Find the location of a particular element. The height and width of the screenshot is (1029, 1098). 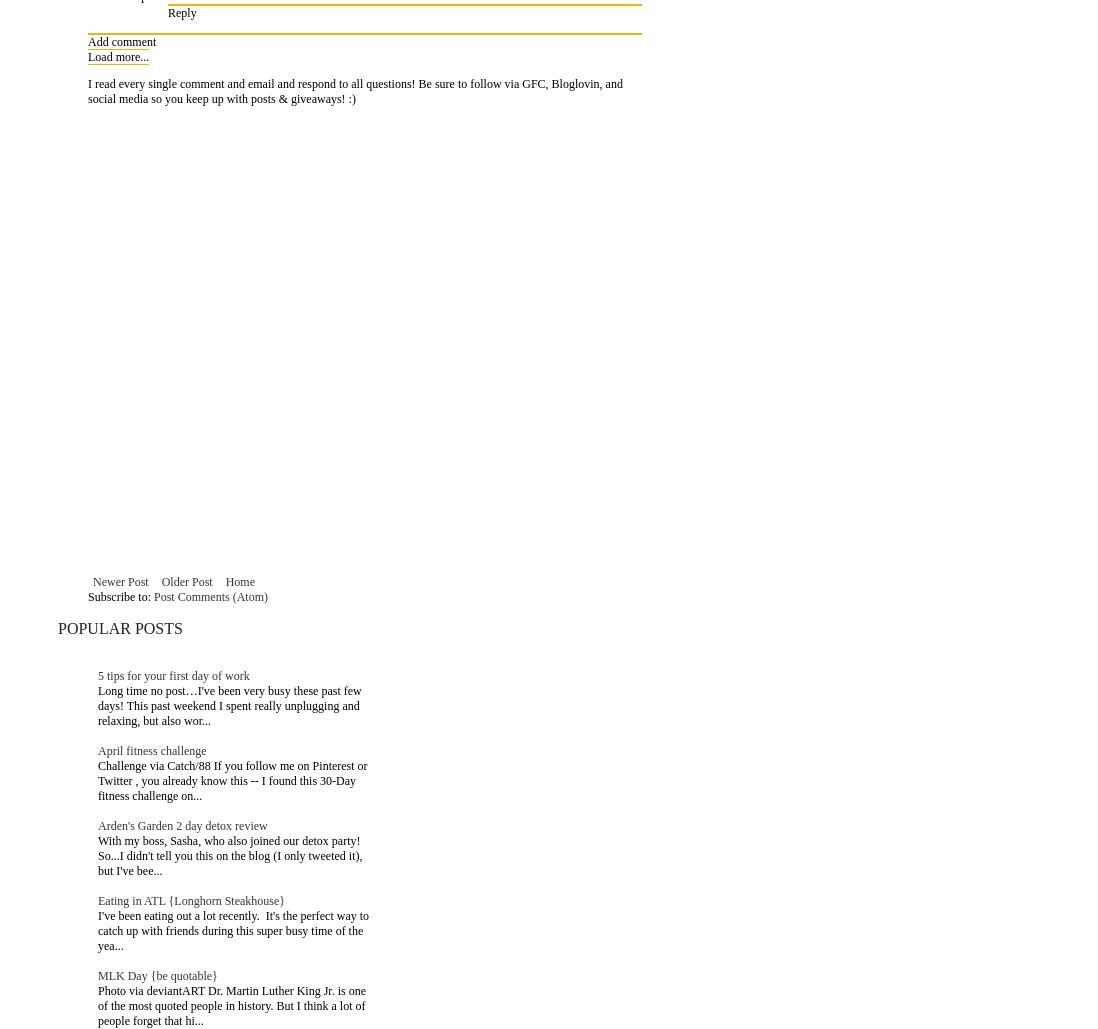

'Popular Posts' is located at coordinates (56, 628).